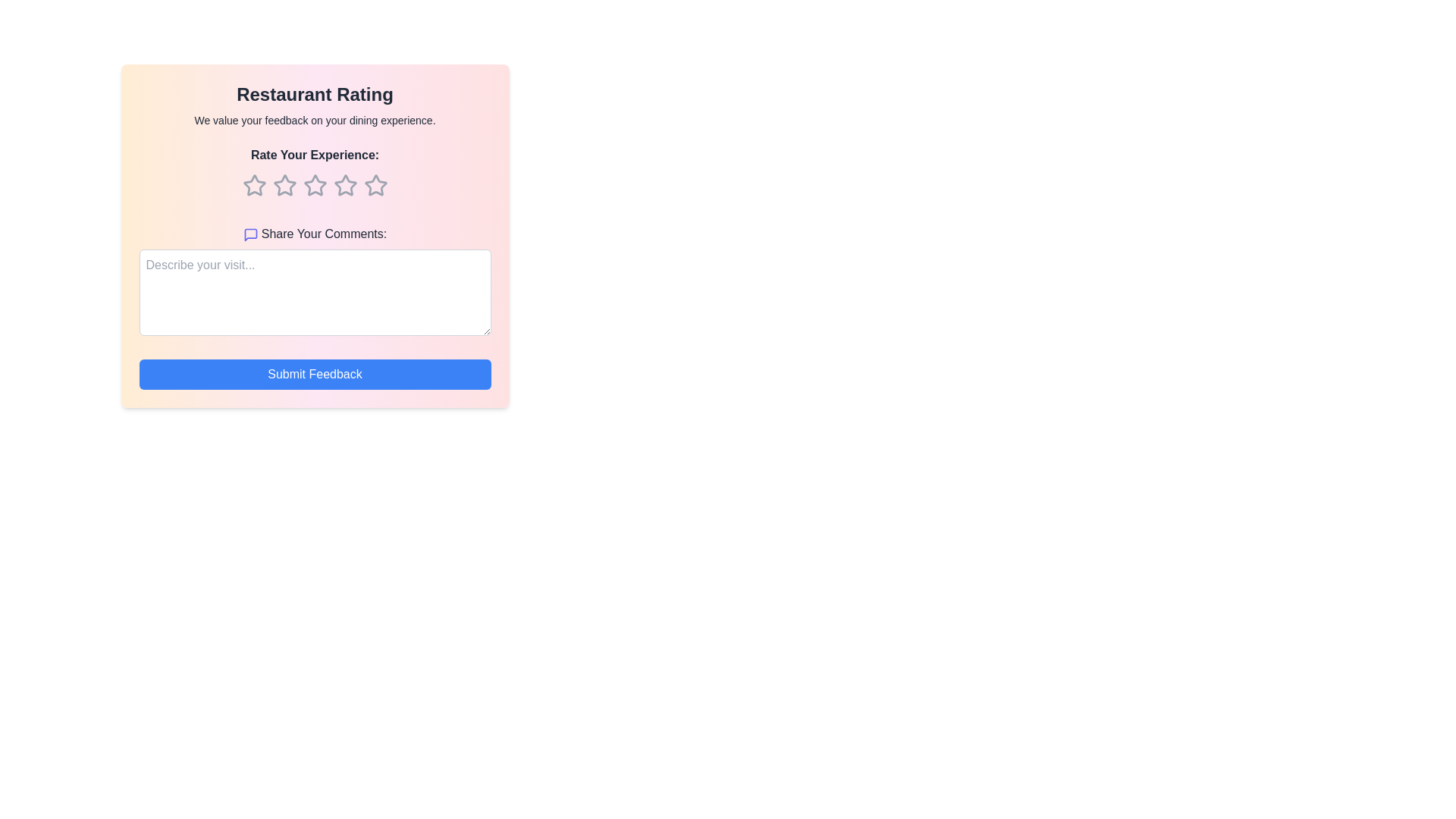 The height and width of the screenshot is (819, 1456). I want to click on header text displaying 'Restaurant Rating' which is prominently positioned at the top of the layout, so click(314, 94).